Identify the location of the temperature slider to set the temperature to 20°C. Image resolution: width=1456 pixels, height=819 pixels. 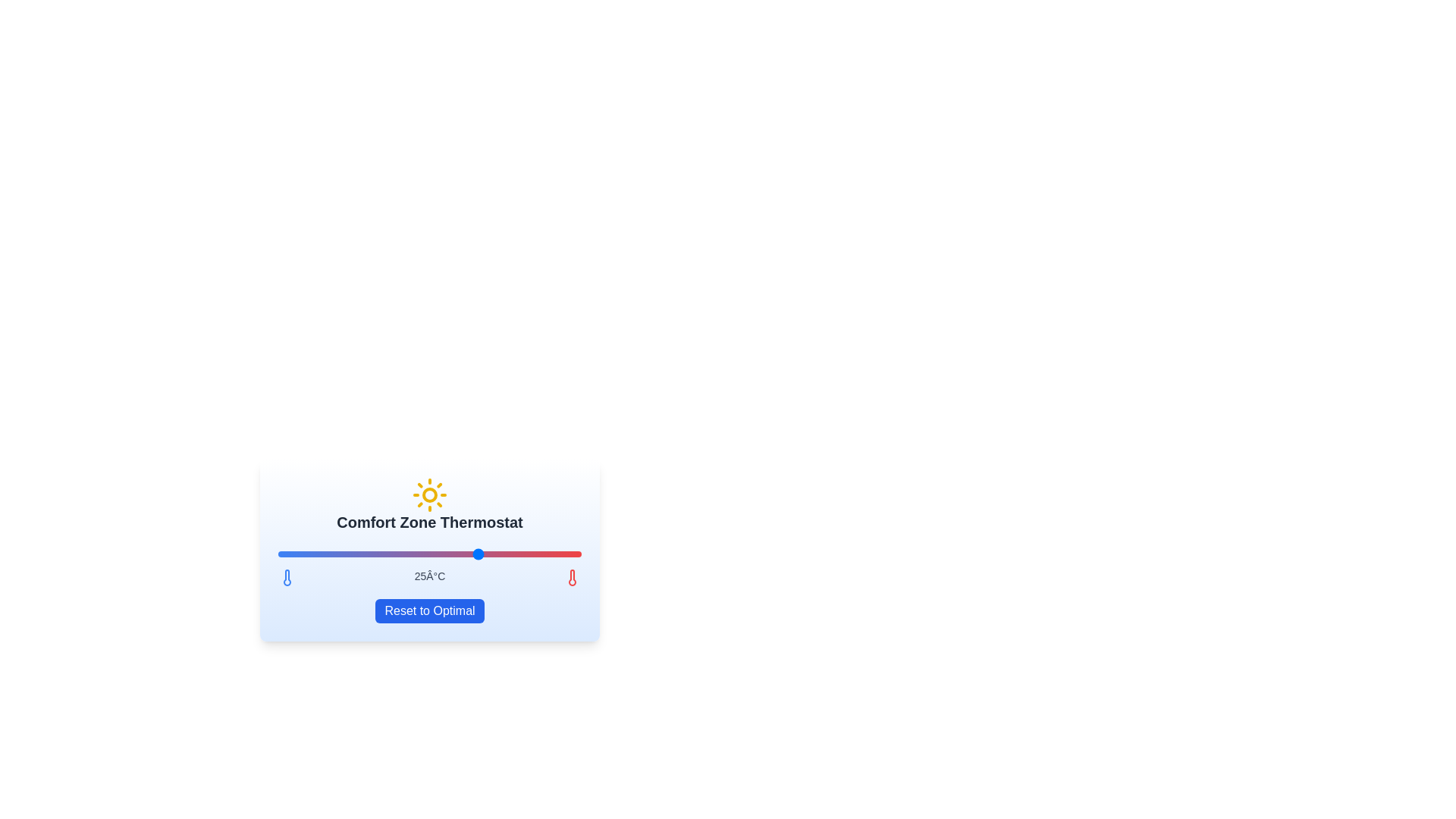
(379, 554).